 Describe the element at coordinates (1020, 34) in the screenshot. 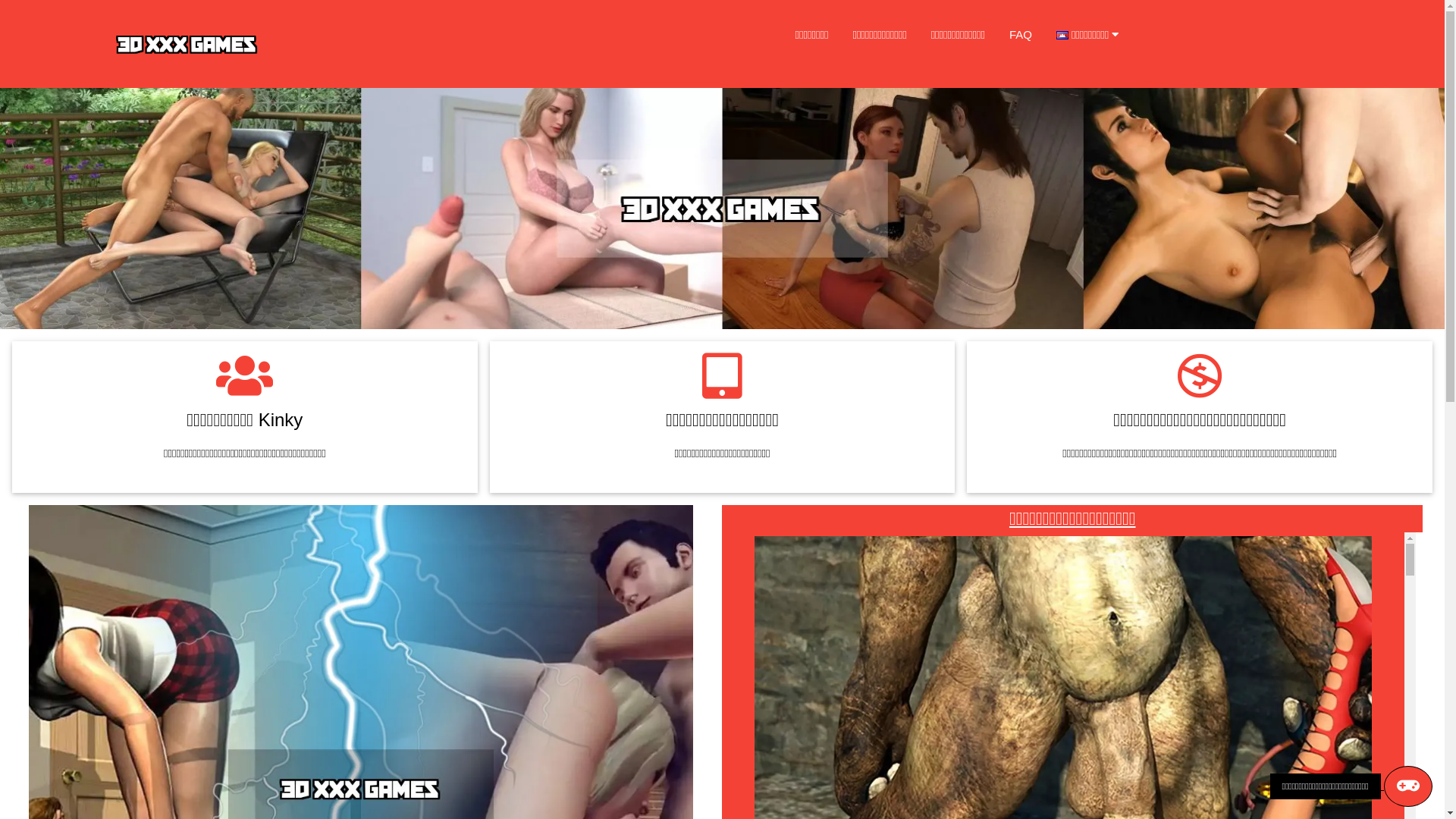

I see `'FAQ'` at that location.